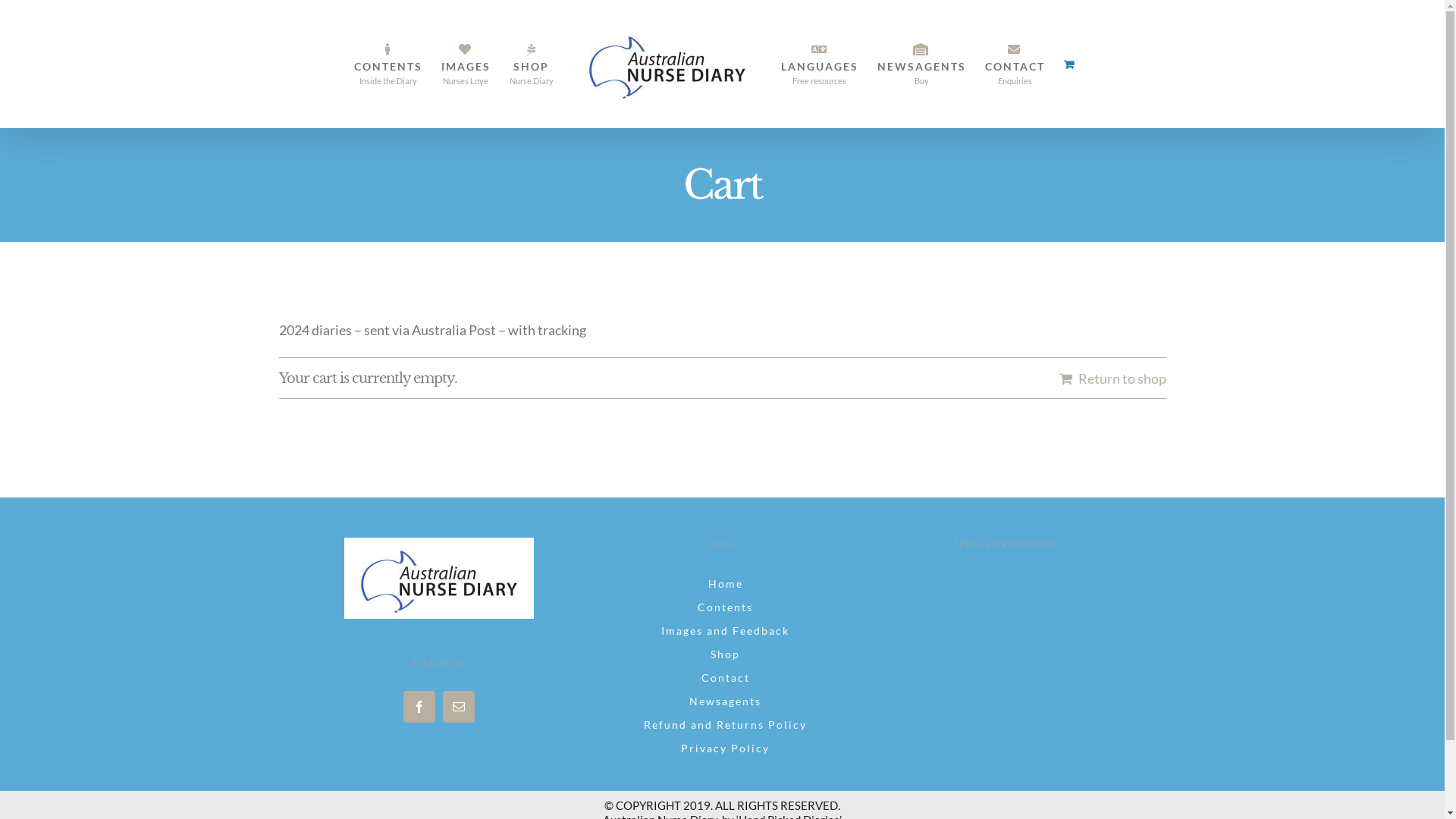  What do you see at coordinates (419, 705) in the screenshot?
I see `'Facebook'` at bounding box center [419, 705].